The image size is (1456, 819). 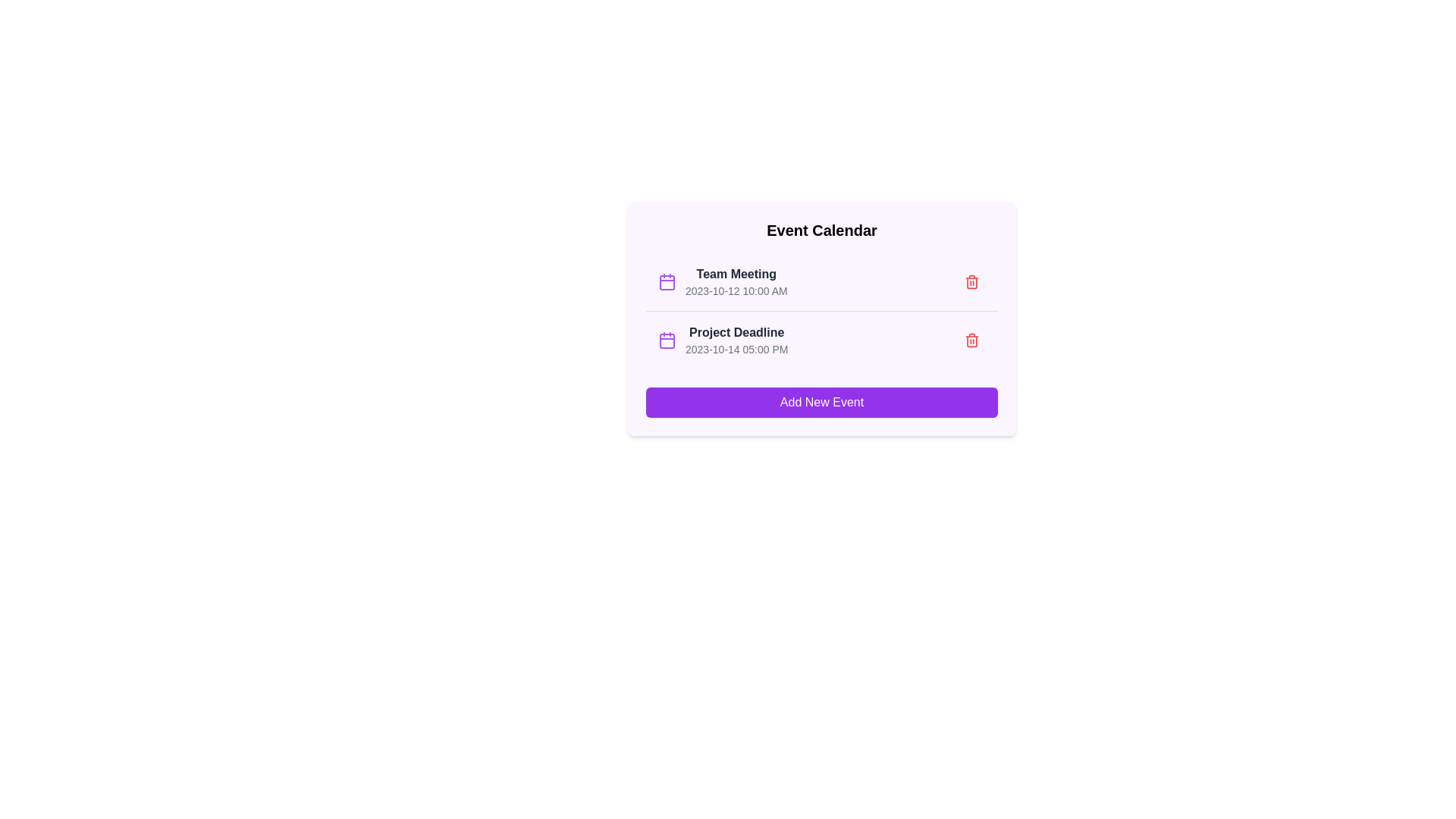 What do you see at coordinates (667, 339) in the screenshot?
I see `the calendar icon associated with Project Deadline` at bounding box center [667, 339].